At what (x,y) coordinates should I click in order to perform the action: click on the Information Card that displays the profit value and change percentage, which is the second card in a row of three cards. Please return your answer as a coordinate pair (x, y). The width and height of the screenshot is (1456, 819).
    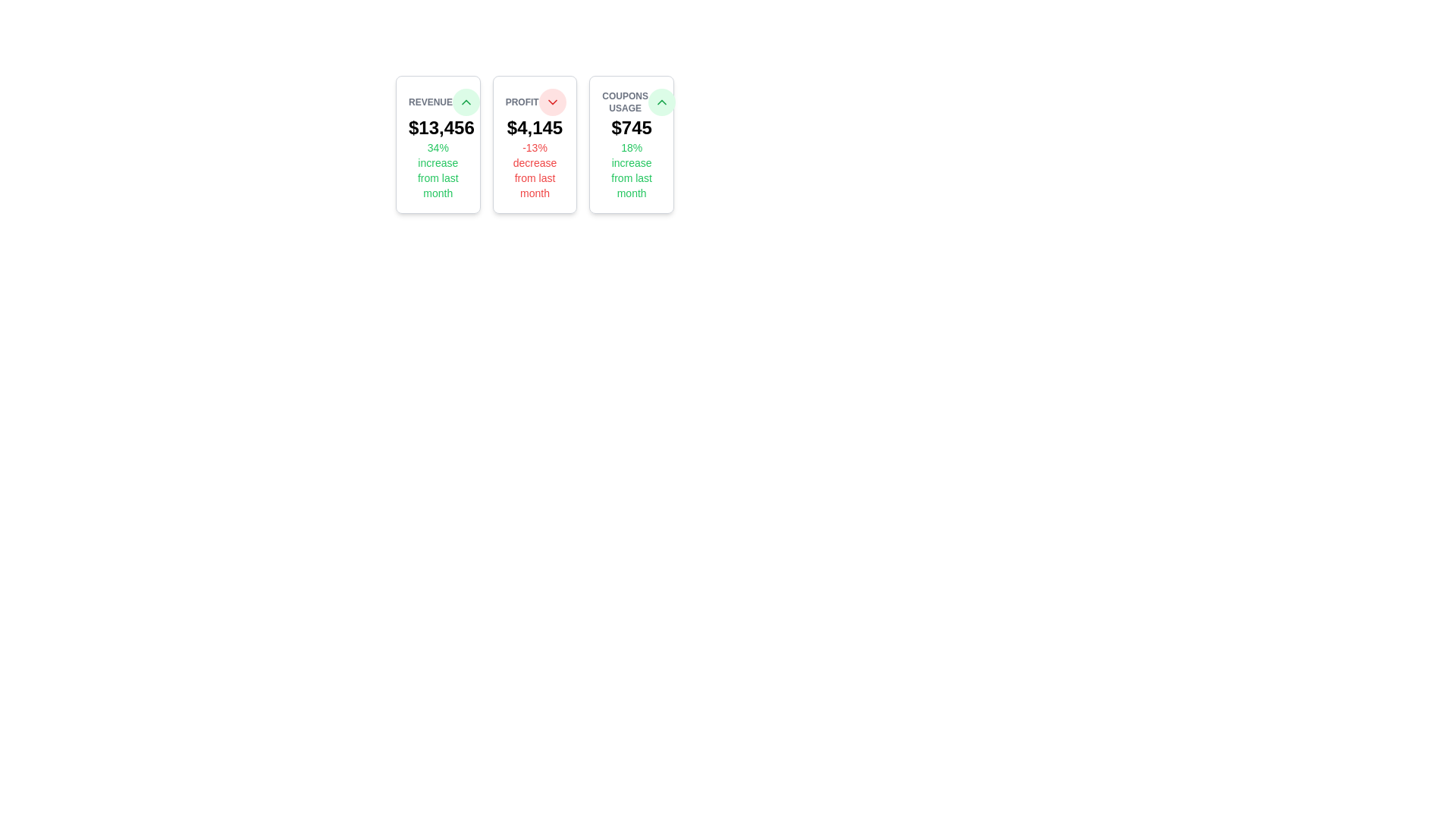
    Looking at the image, I should click on (535, 145).